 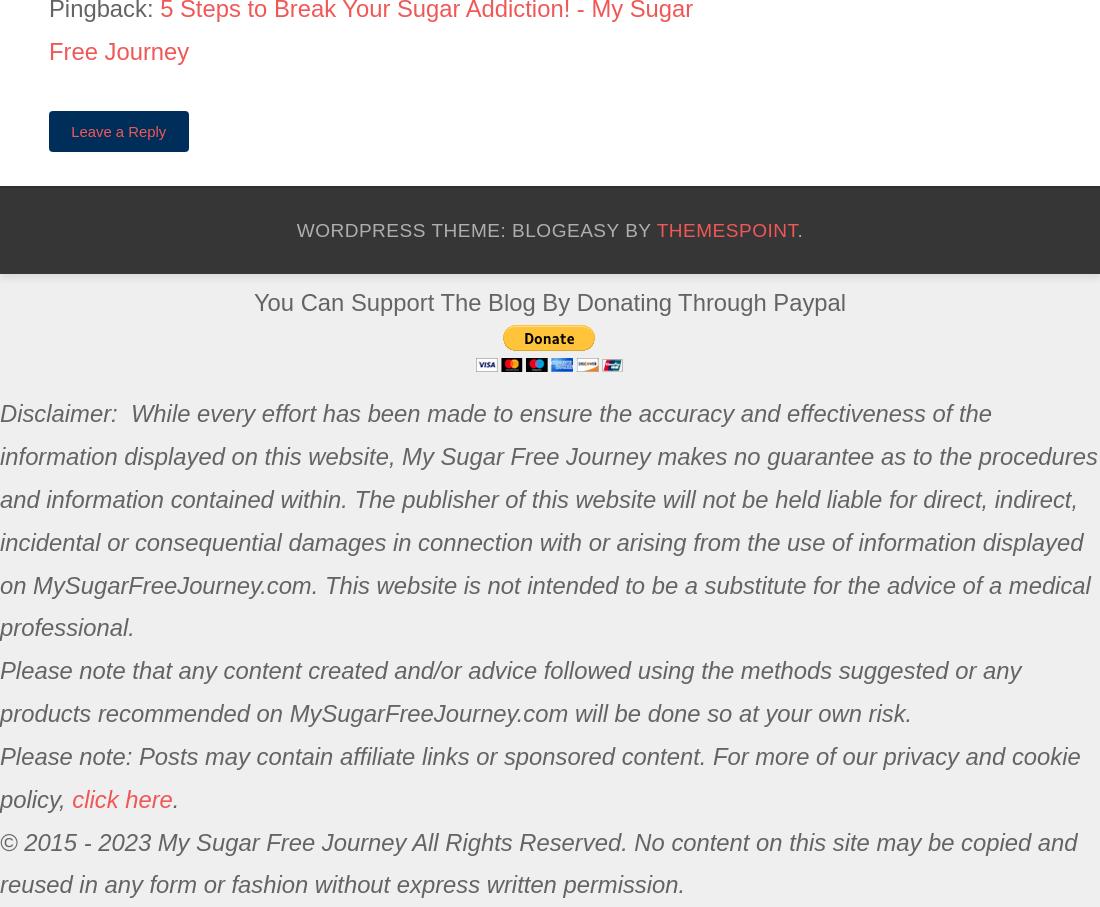 I want to click on 'click here', so click(x=121, y=798).